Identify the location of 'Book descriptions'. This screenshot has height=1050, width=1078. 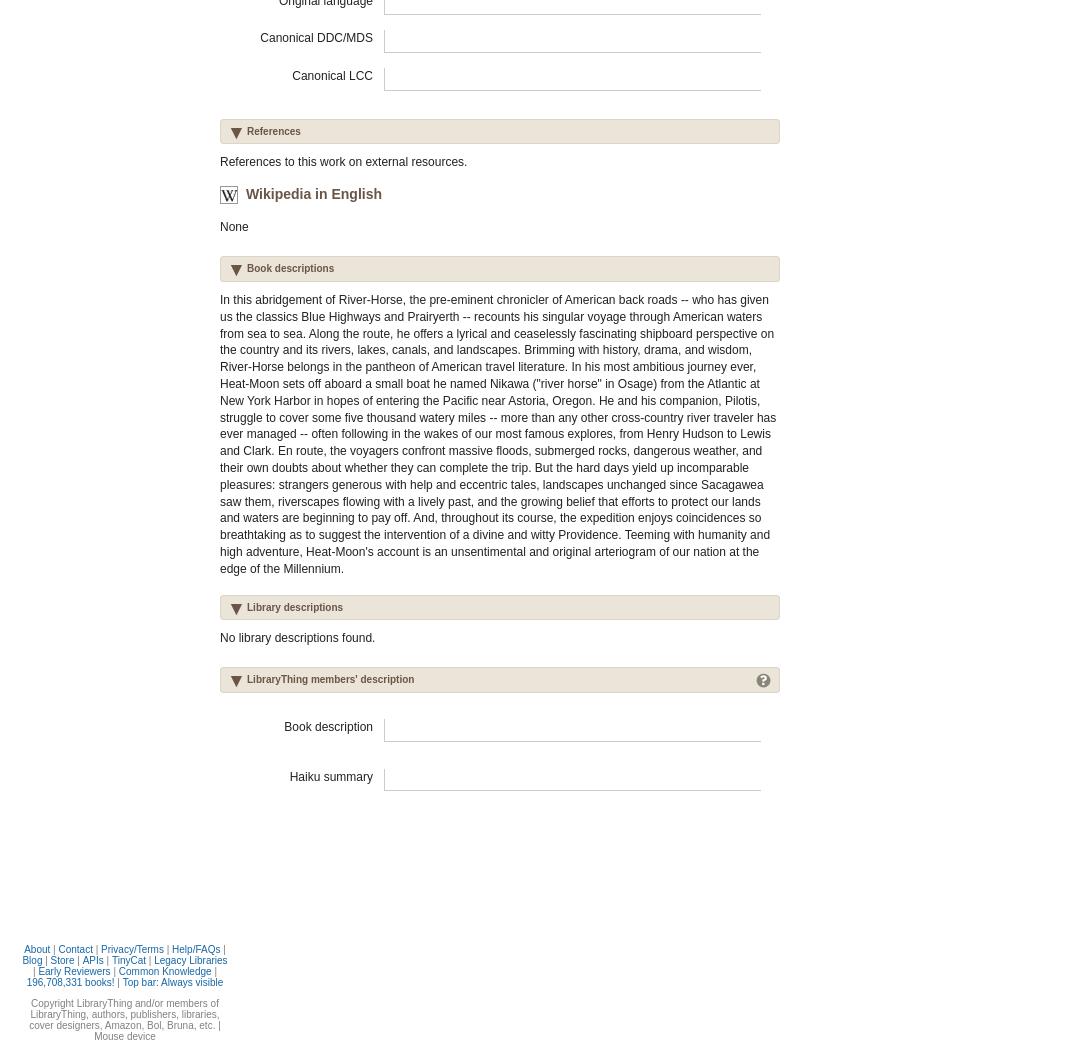
(290, 267).